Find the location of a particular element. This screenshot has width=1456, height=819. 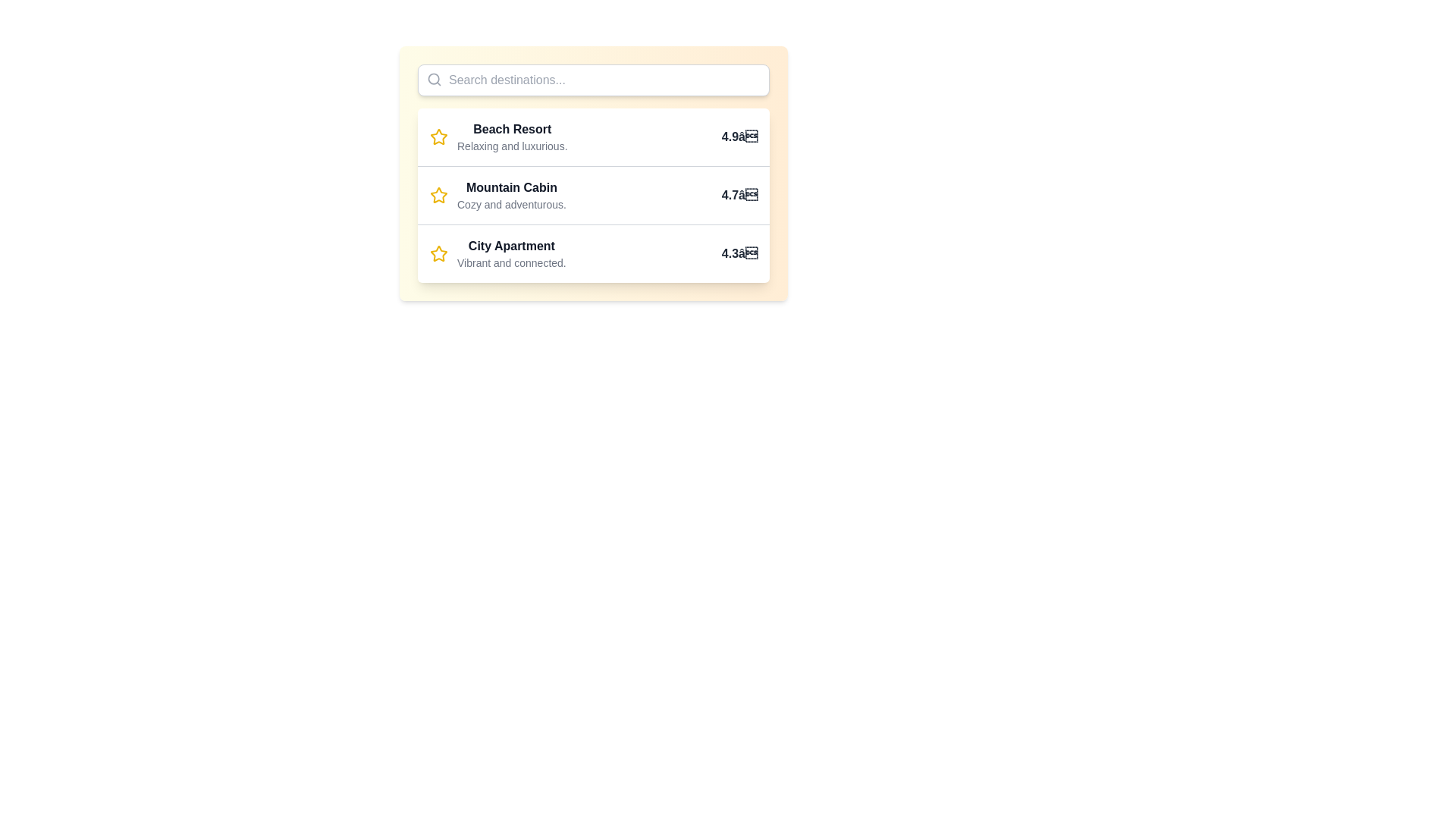

the yellow star icon with a hollow center and thick borders, located in the third entry next to the text 'City Apartment' is located at coordinates (438, 253).